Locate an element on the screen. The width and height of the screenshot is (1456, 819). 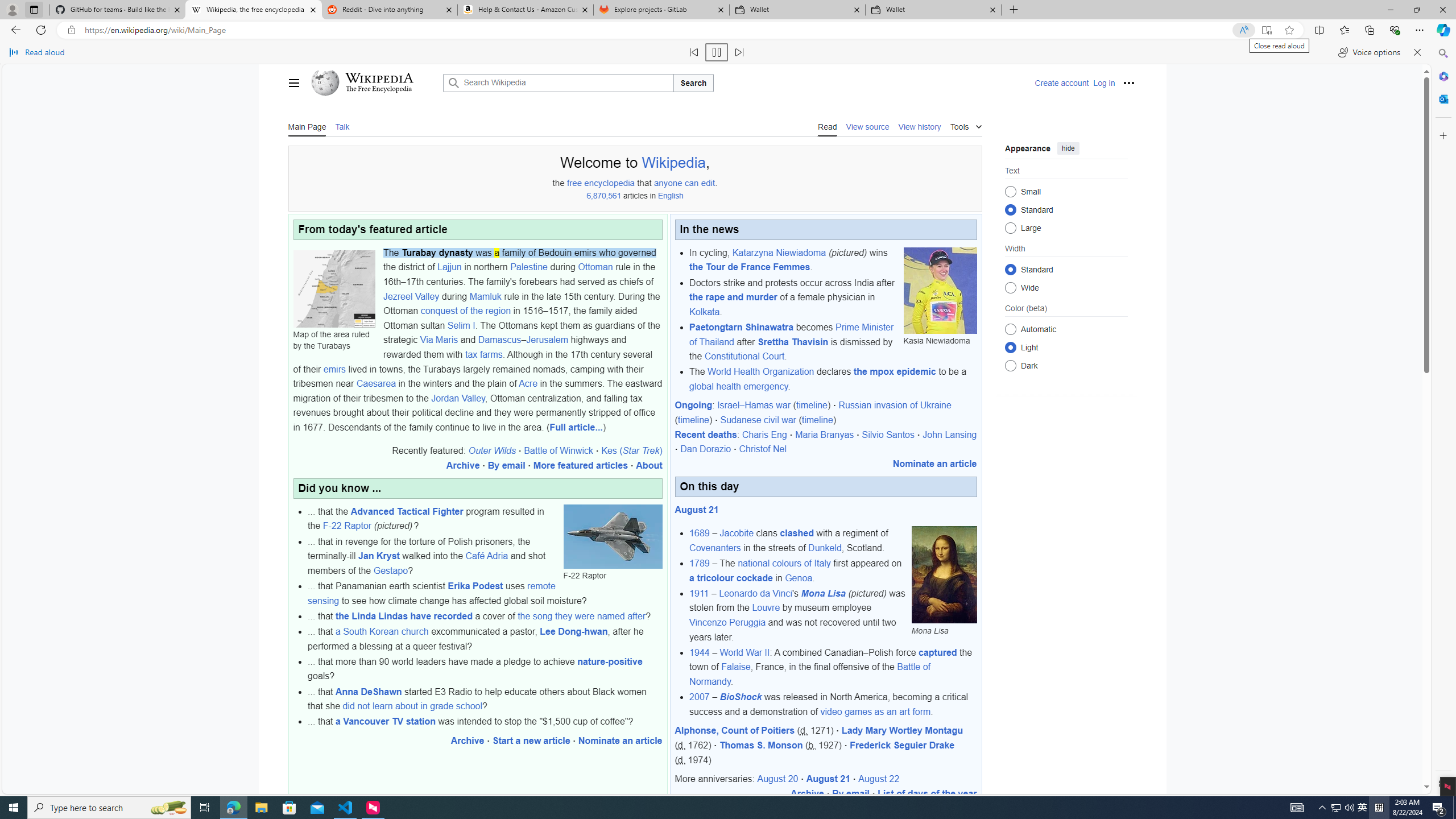
'Dunkeld' is located at coordinates (825, 547).